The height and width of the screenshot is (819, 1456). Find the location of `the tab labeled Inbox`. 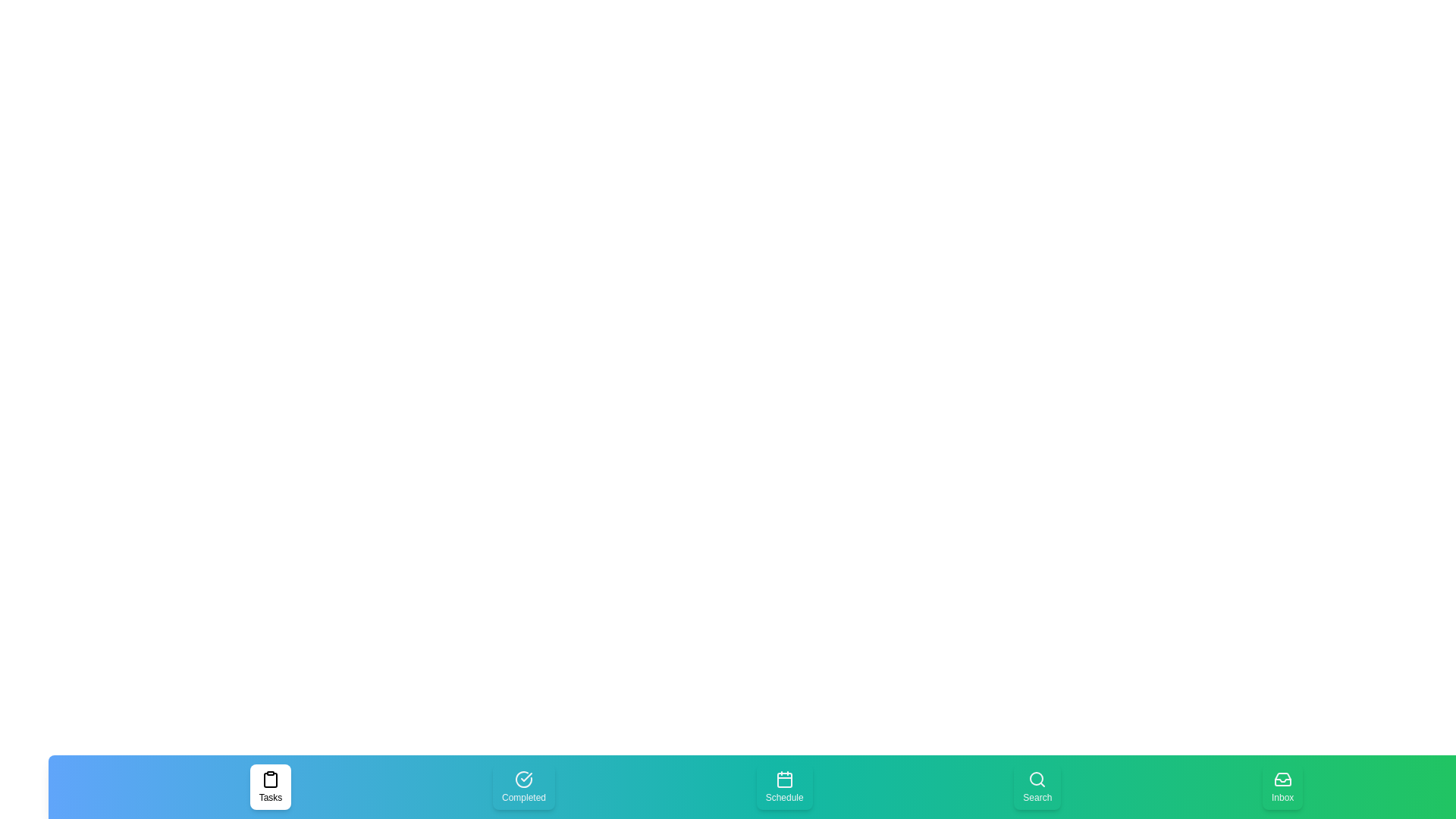

the tab labeled Inbox is located at coordinates (1282, 786).